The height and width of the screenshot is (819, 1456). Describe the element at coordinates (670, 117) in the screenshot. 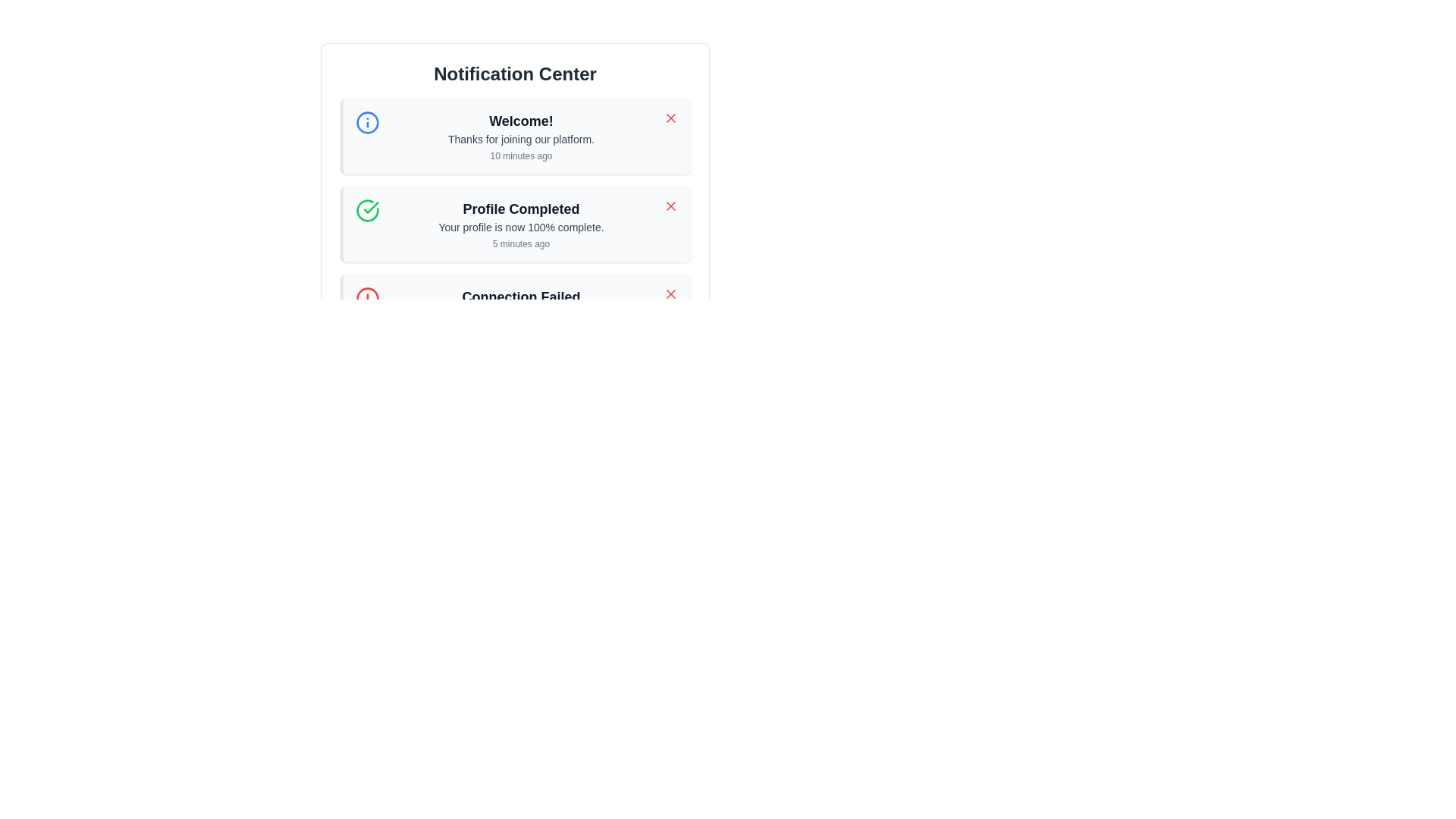

I see `the dismiss Icon Button located to the far right of the notification message that says 'Welcome! Thanks for joining our platform. 10 minutes ago'` at that location.